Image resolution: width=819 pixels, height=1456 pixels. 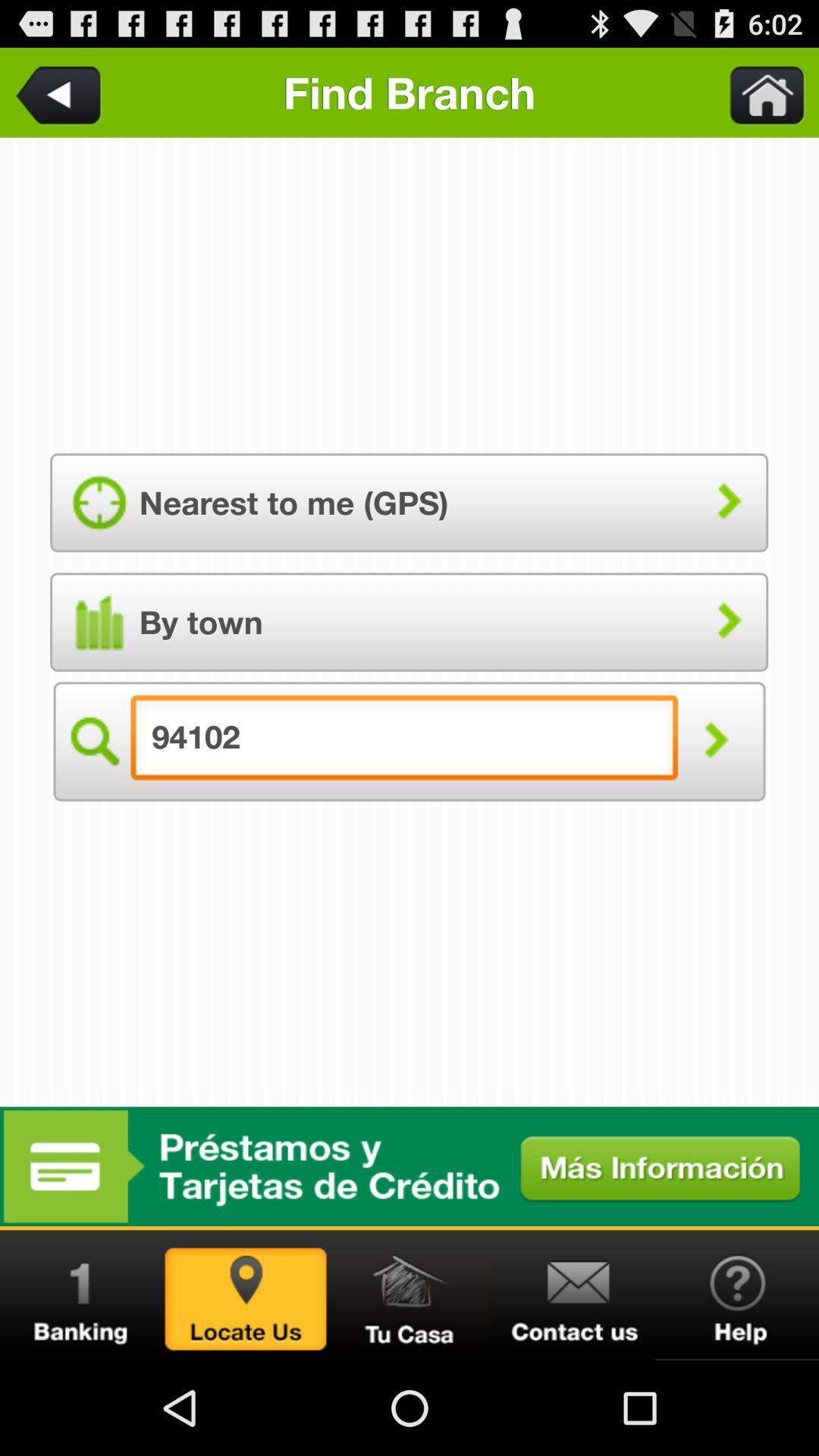 What do you see at coordinates (736, 1294) in the screenshot?
I see `switch to help menu` at bounding box center [736, 1294].